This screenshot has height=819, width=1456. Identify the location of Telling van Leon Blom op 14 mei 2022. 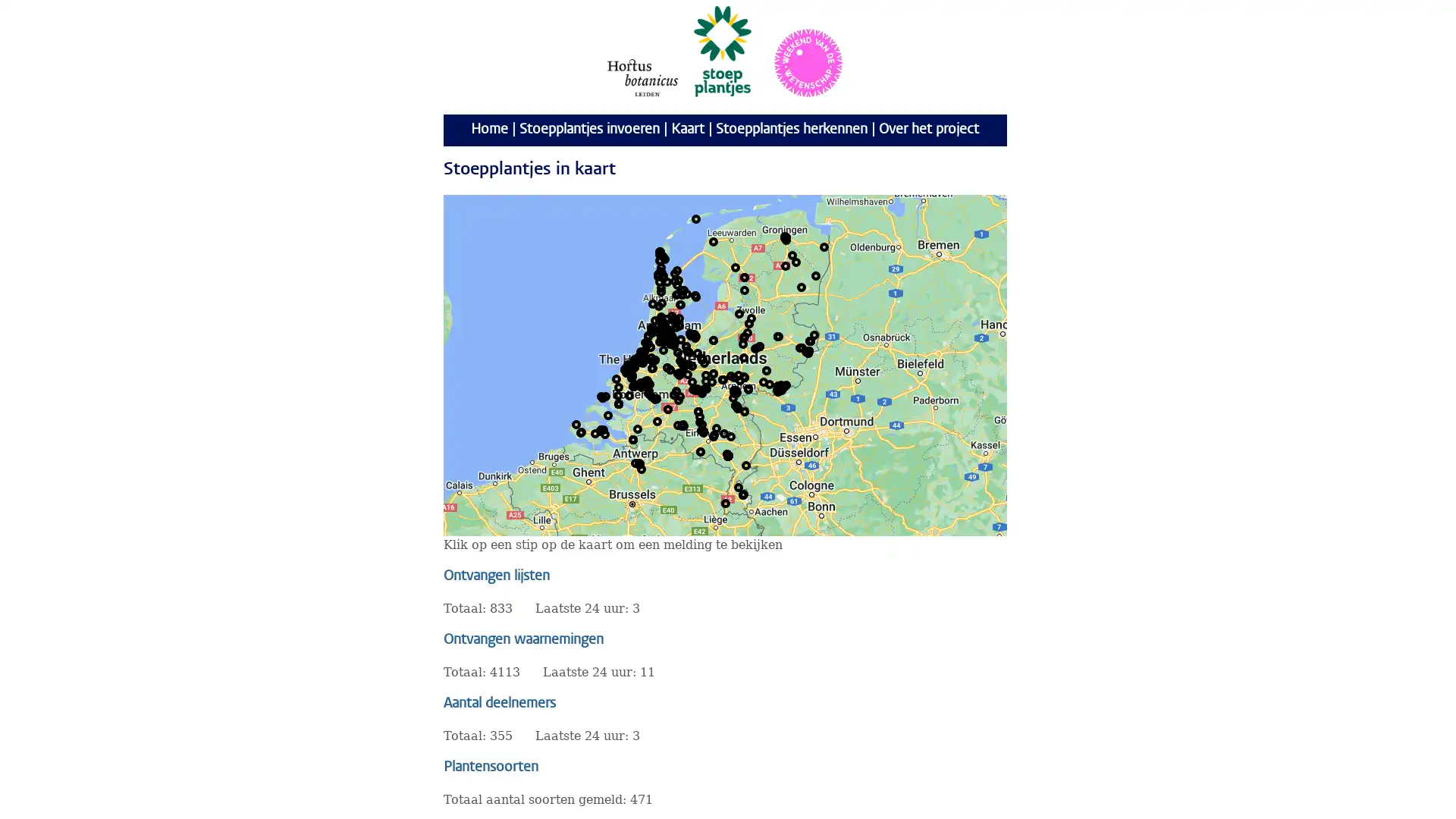
(698, 411).